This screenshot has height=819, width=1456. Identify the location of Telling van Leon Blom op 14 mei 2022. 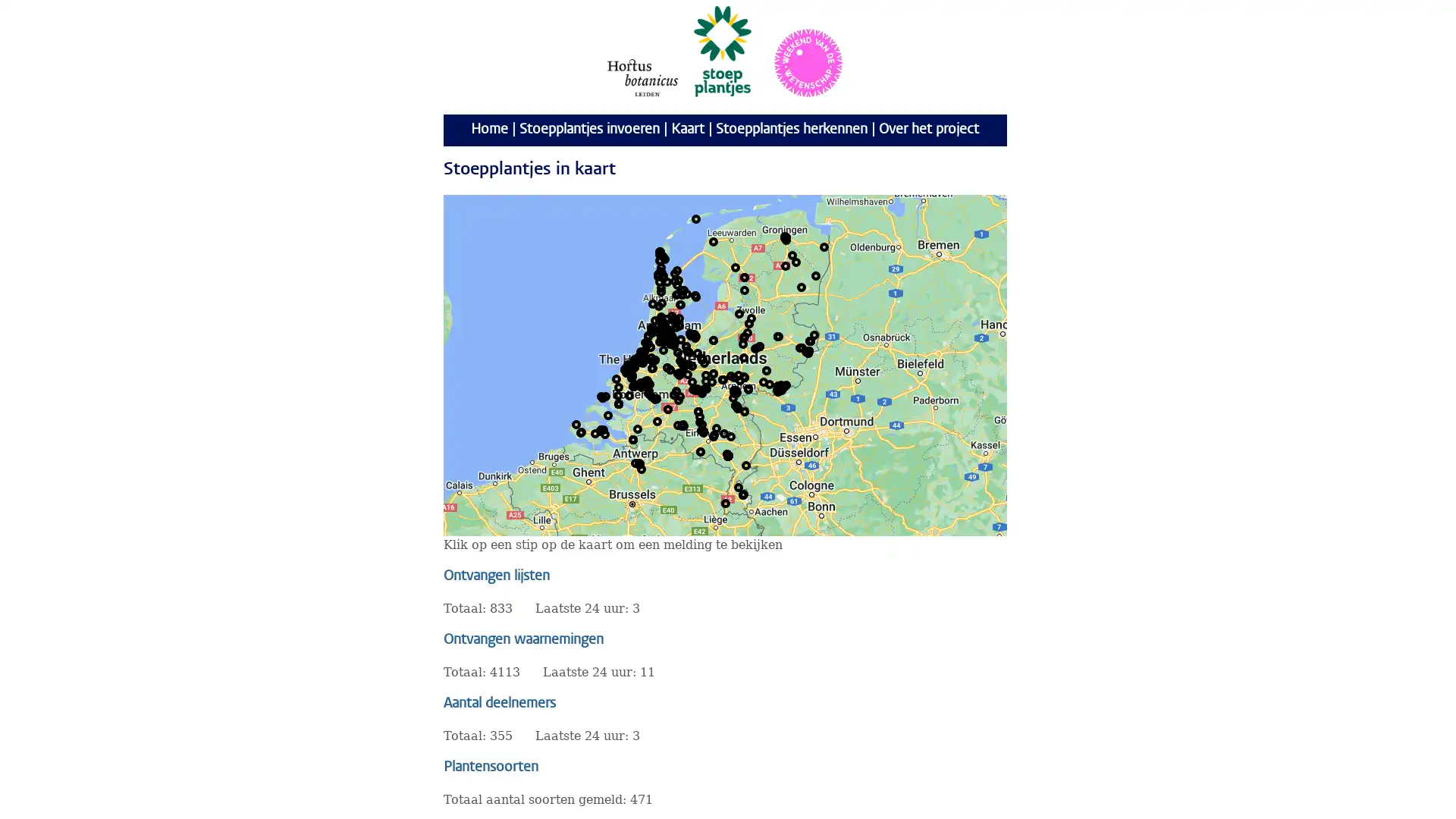
(698, 411).